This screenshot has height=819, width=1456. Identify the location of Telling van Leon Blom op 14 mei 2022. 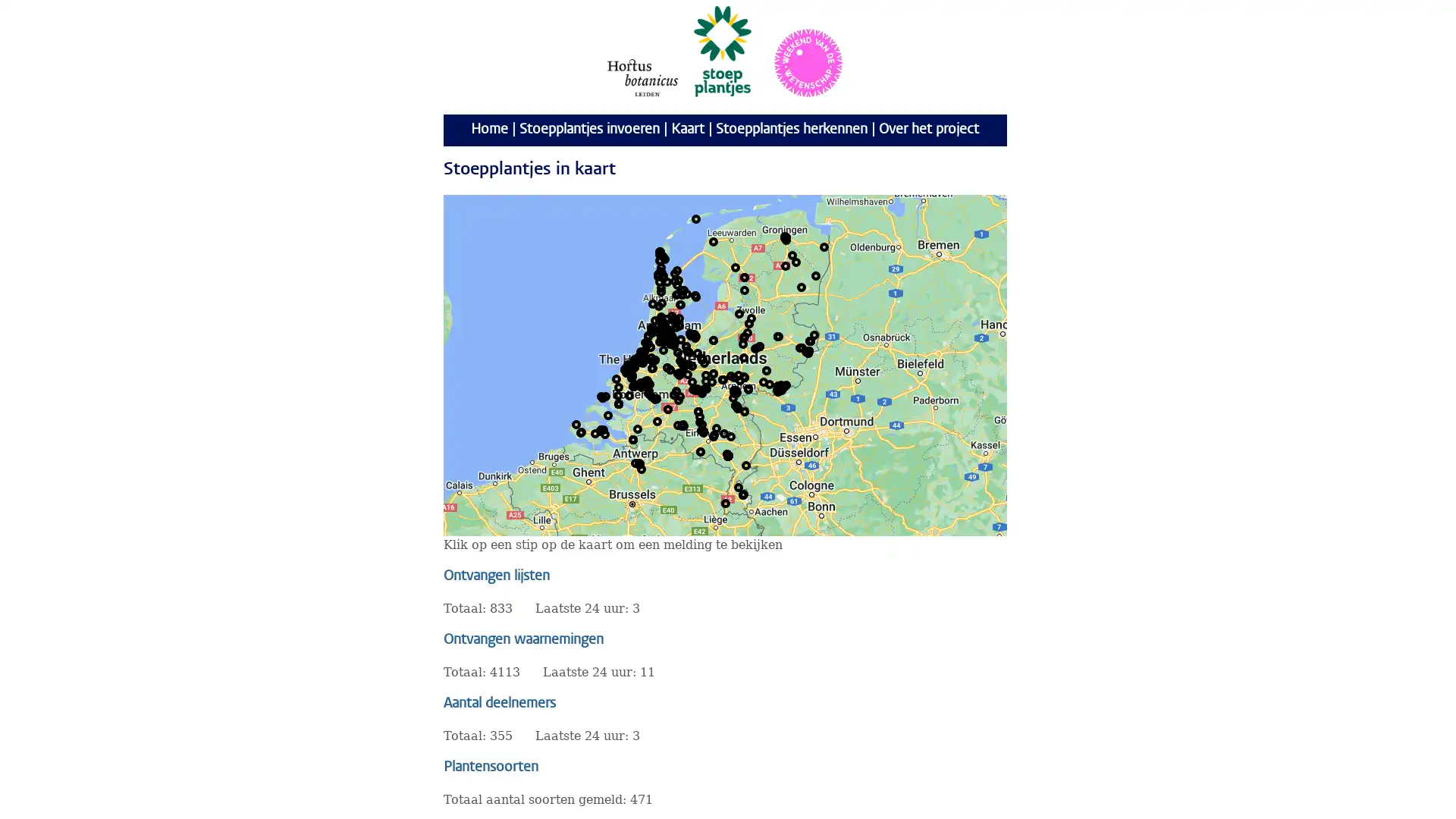
(698, 411).